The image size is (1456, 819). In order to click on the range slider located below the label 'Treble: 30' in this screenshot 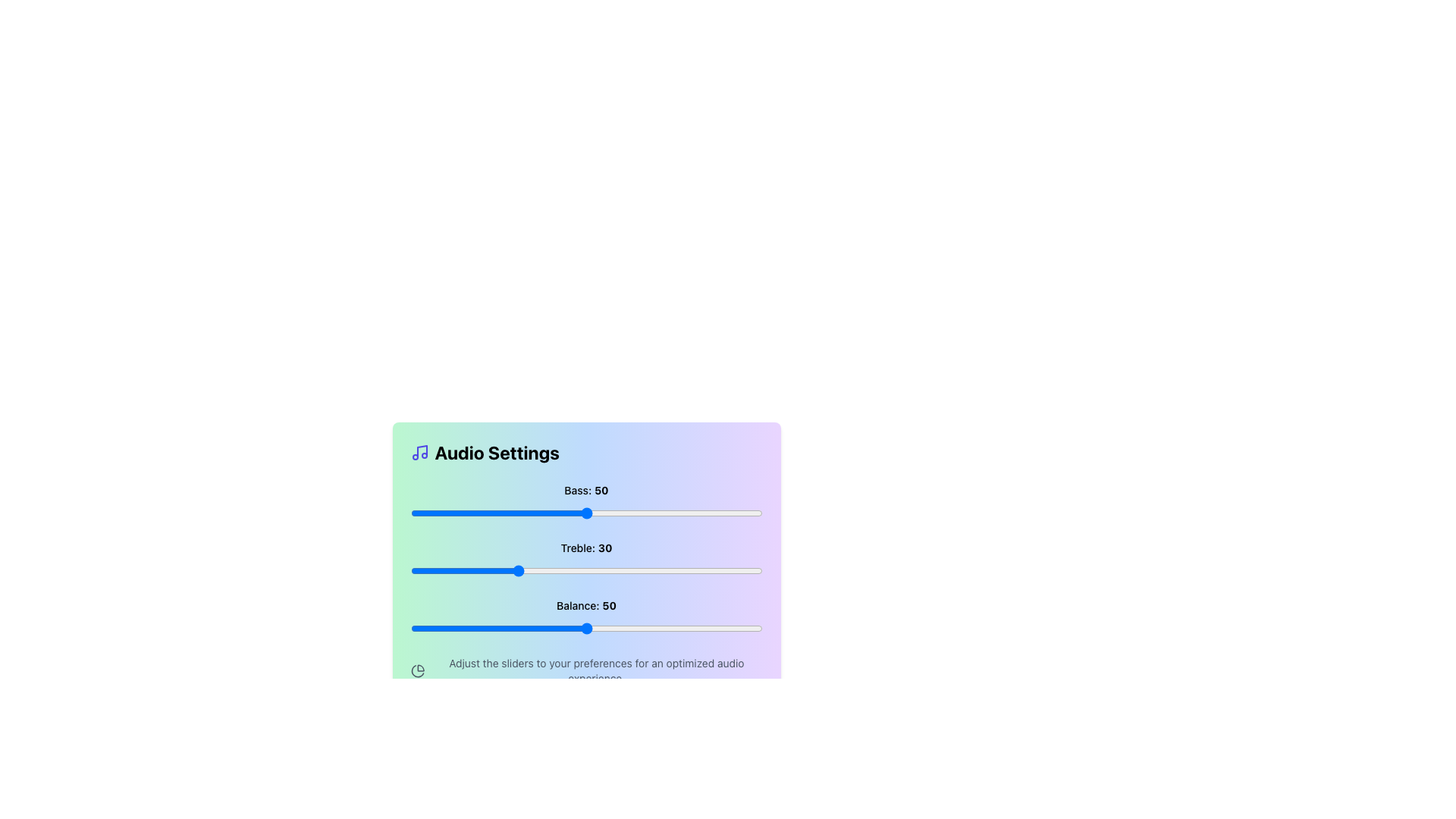, I will do `click(585, 570)`.